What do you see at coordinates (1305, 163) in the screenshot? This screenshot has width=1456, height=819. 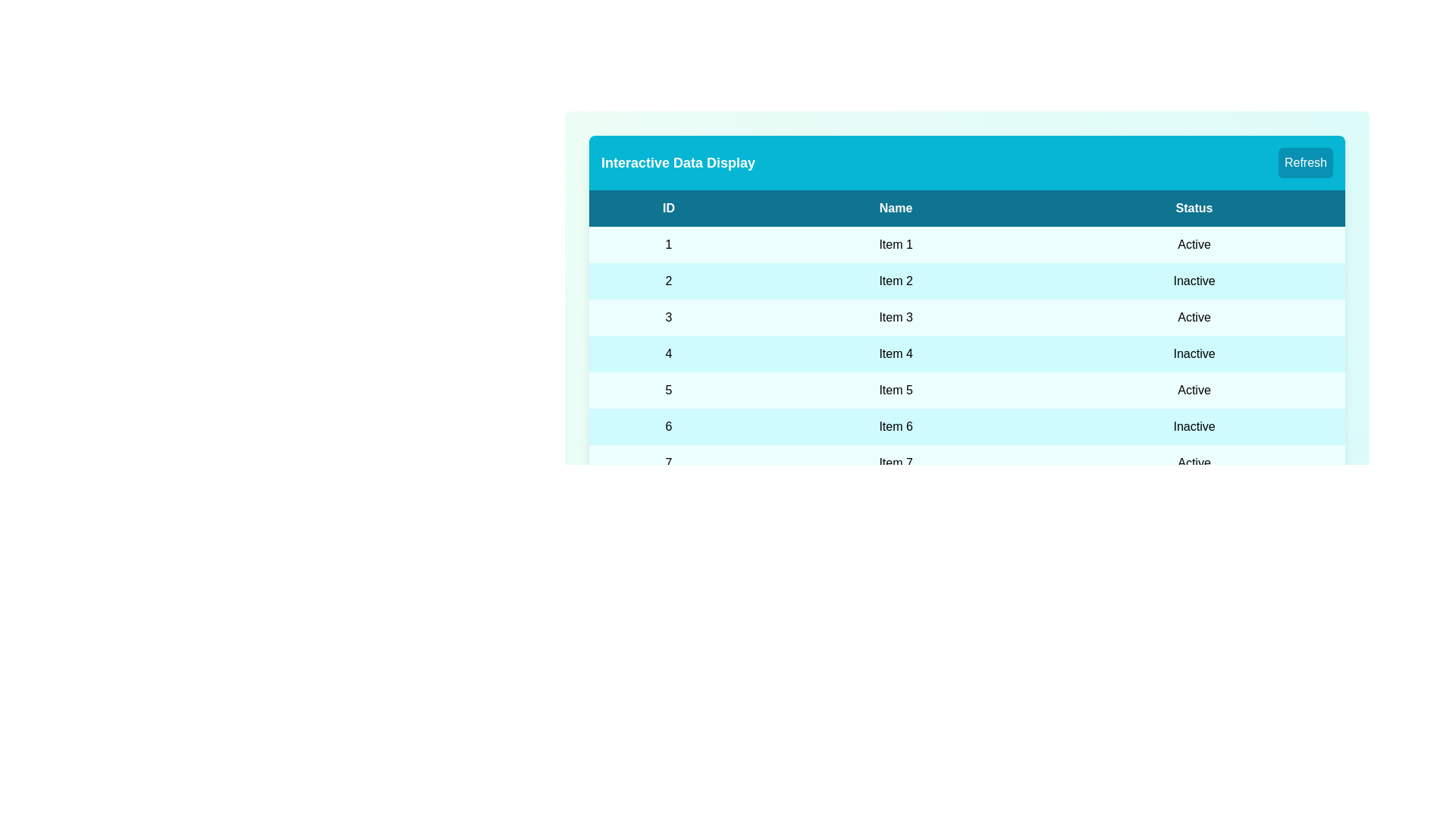 I see `'Refresh' button to reload the data table` at bounding box center [1305, 163].